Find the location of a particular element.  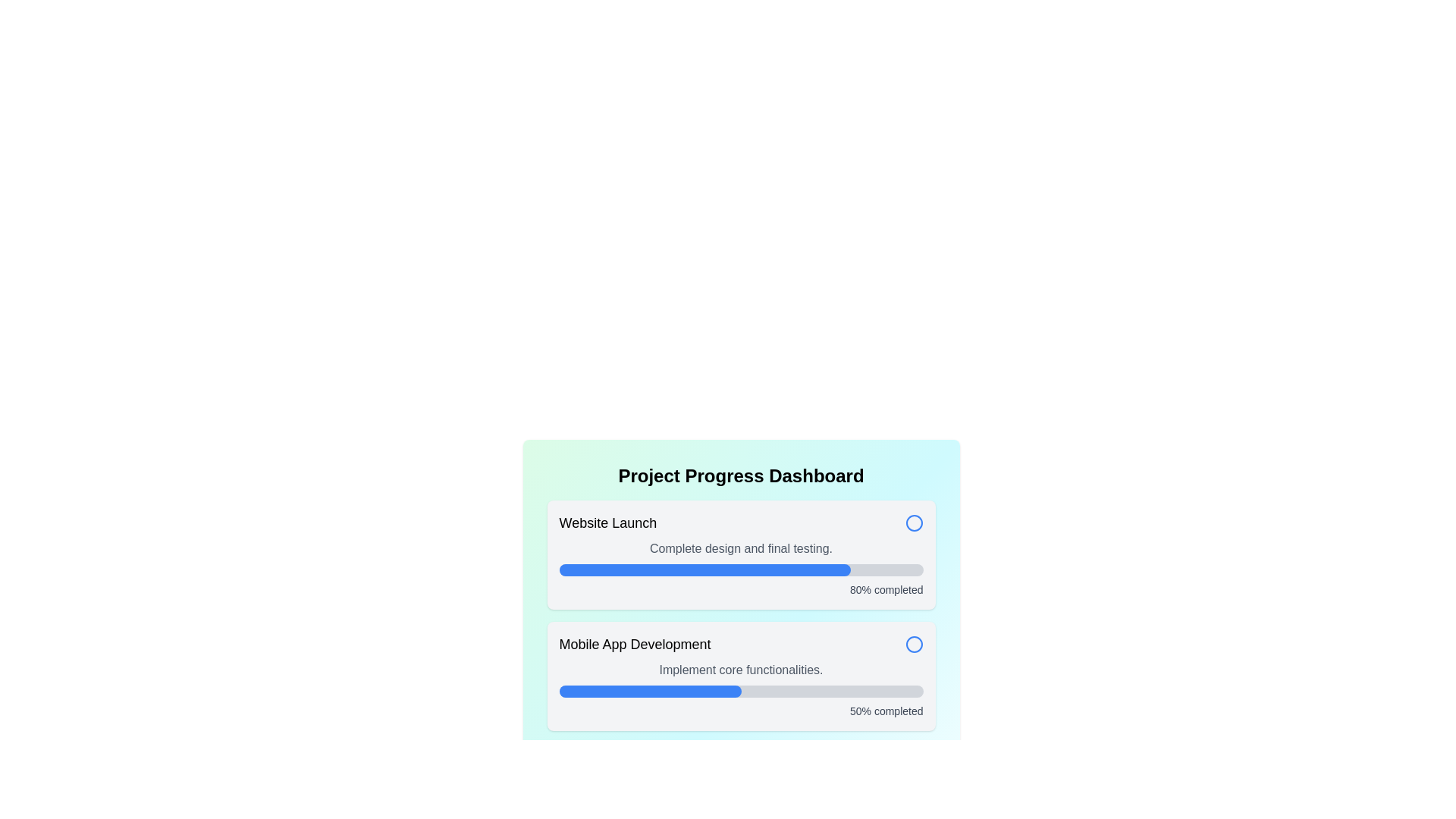

the blue portion of the progress bar, which visually indicates the current progress of the associated task and is located underneath the 'Complete design and final testing.' label is located at coordinates (704, 570).